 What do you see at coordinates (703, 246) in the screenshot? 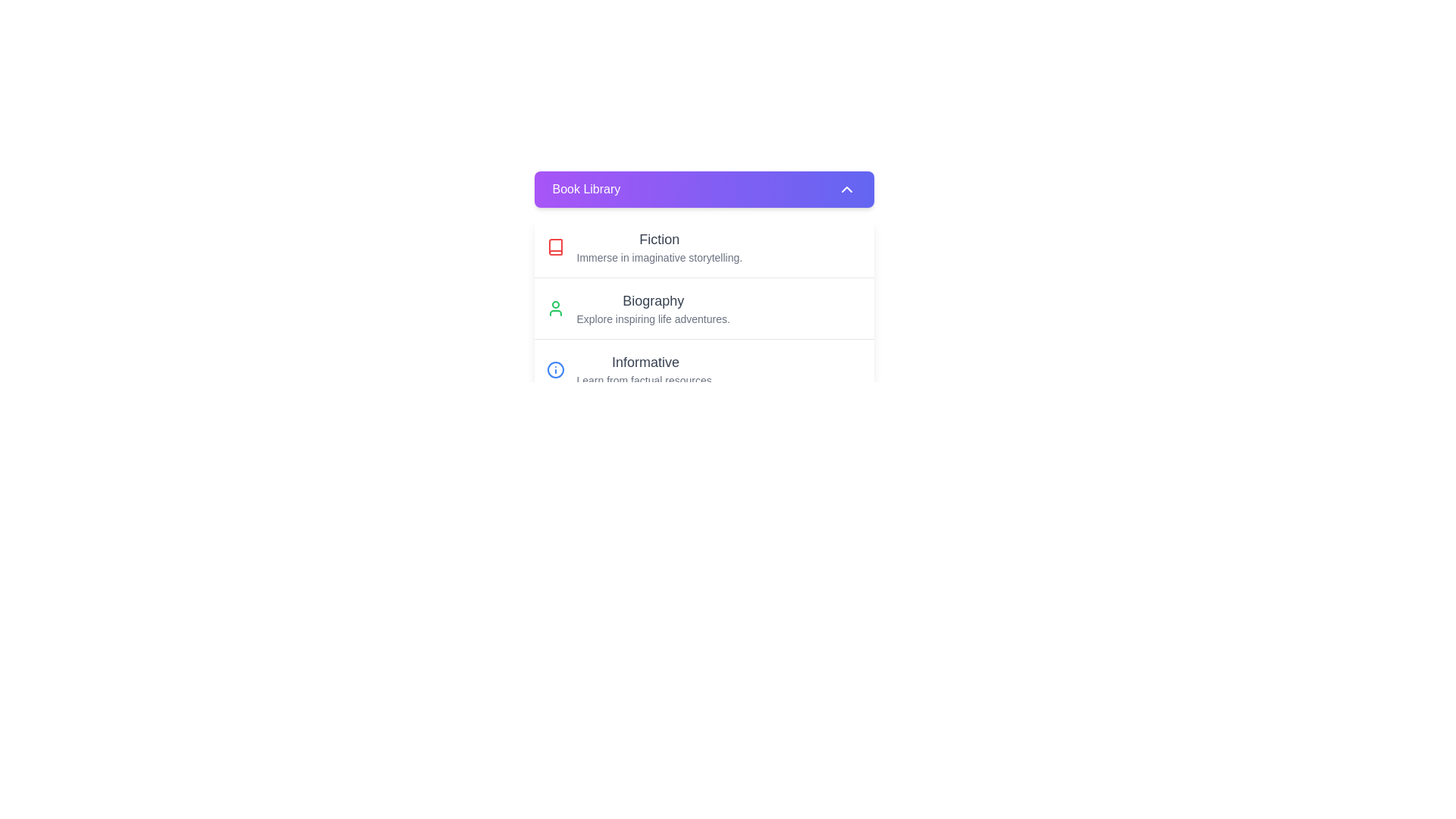
I see `the first list item representing the 'Fiction' category` at bounding box center [703, 246].